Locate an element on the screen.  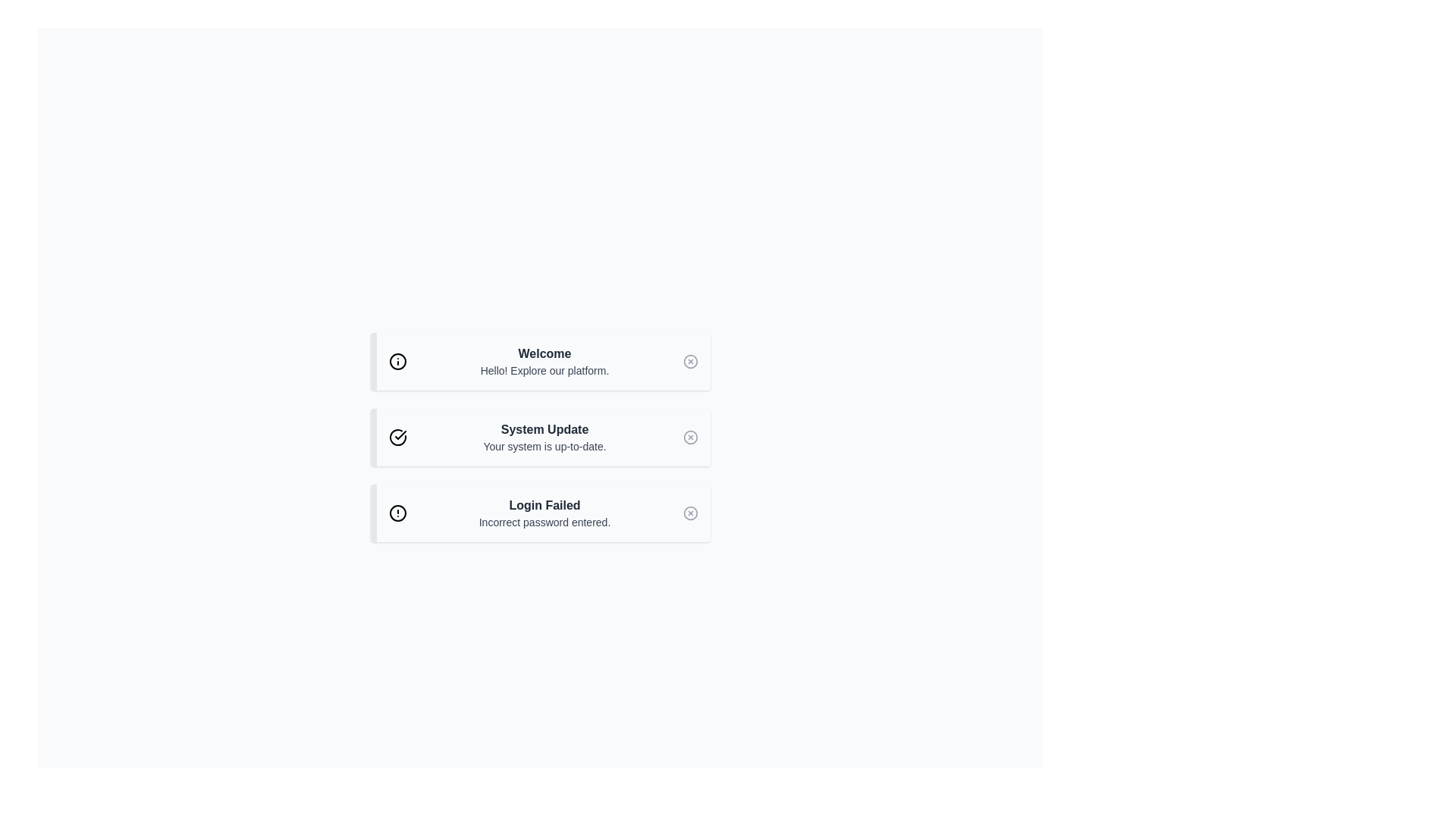
the informational alert box titled 'Login Failed' with the message 'Incorrect password entered.' by clicking on it is located at coordinates (540, 513).